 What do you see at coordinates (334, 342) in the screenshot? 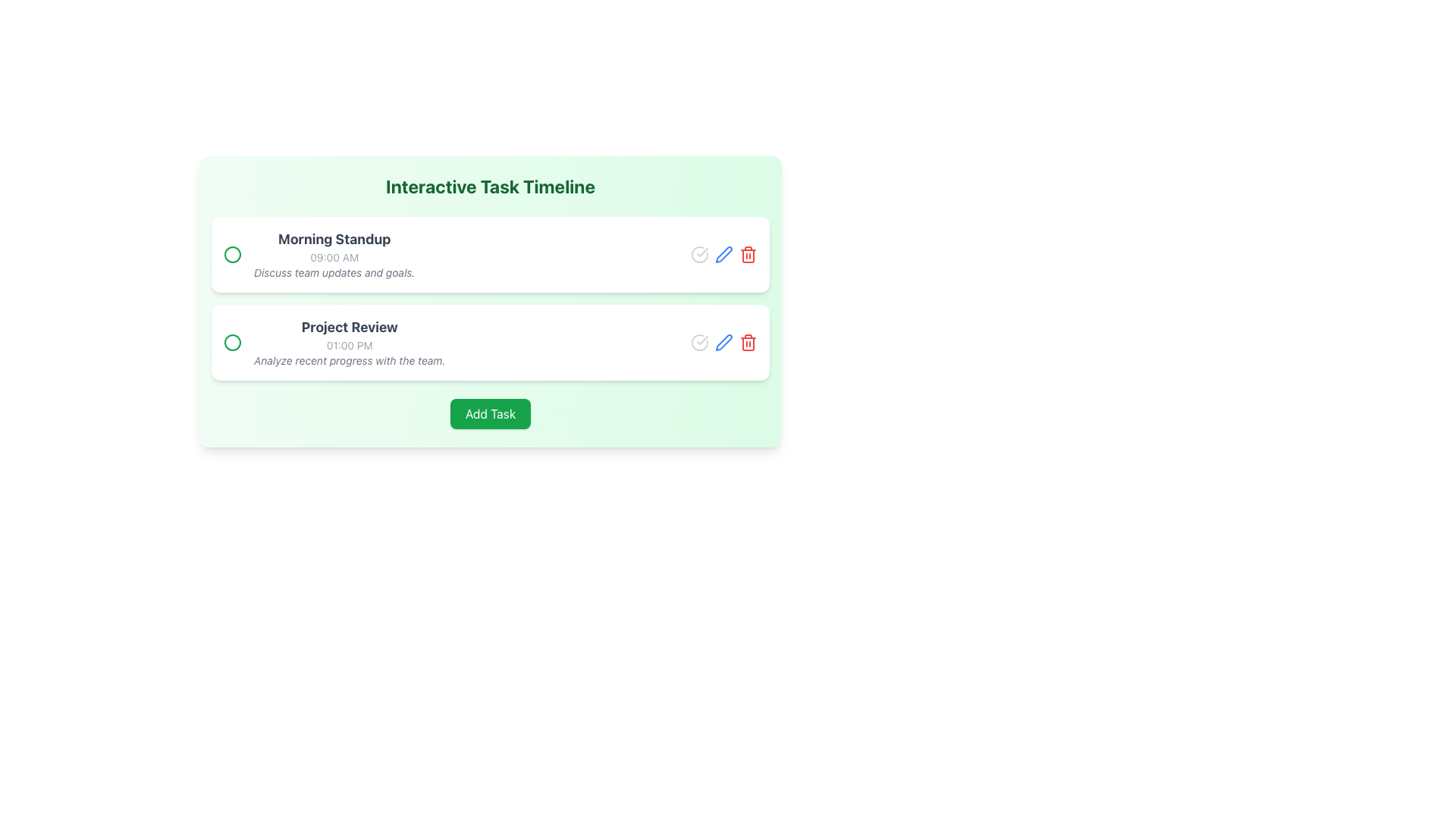
I see `the second task entry titled 'Project Review'` at bounding box center [334, 342].